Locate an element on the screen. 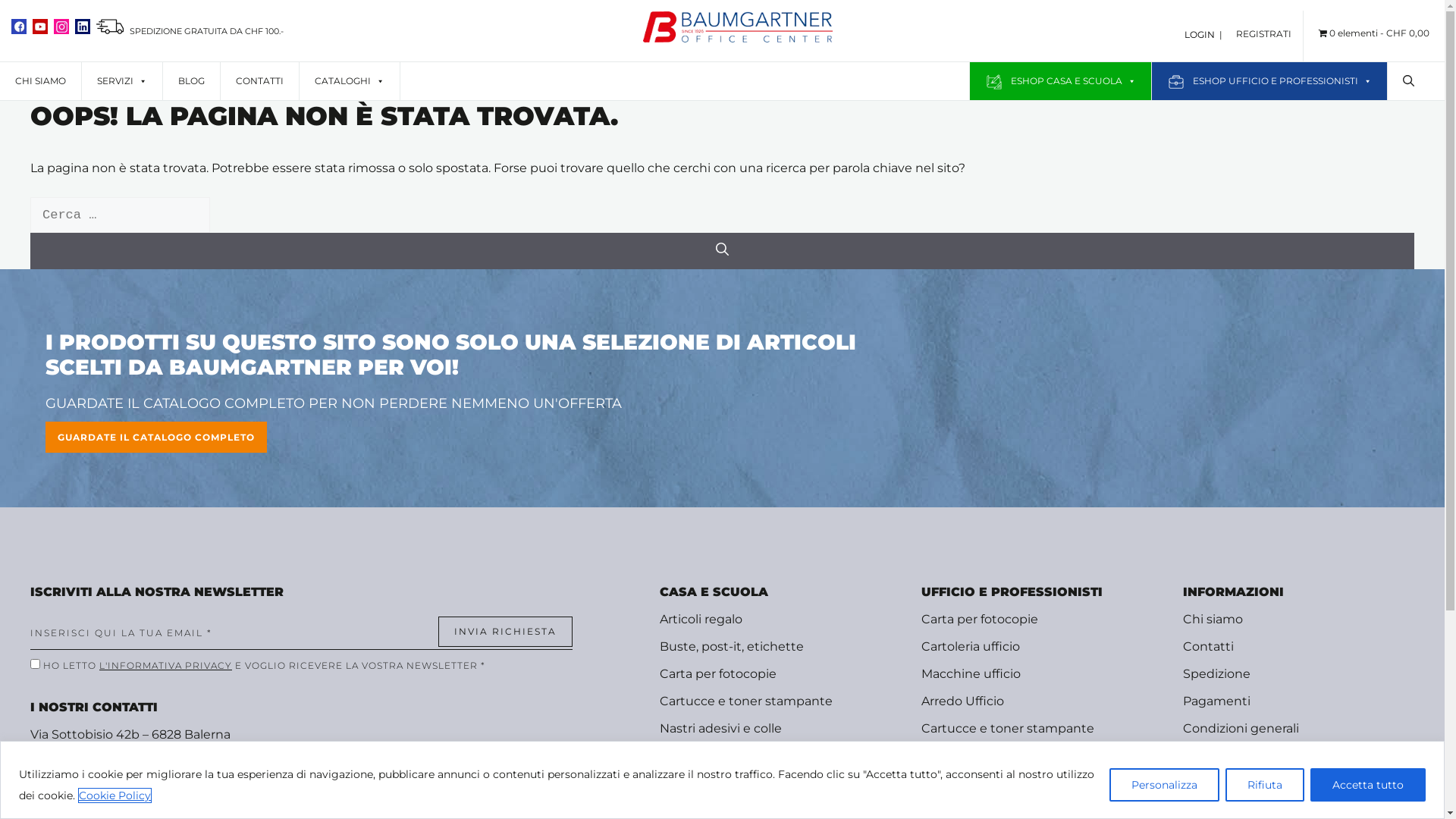 The height and width of the screenshot is (819, 1456). 'Macchine ufficio' is located at coordinates (971, 673).